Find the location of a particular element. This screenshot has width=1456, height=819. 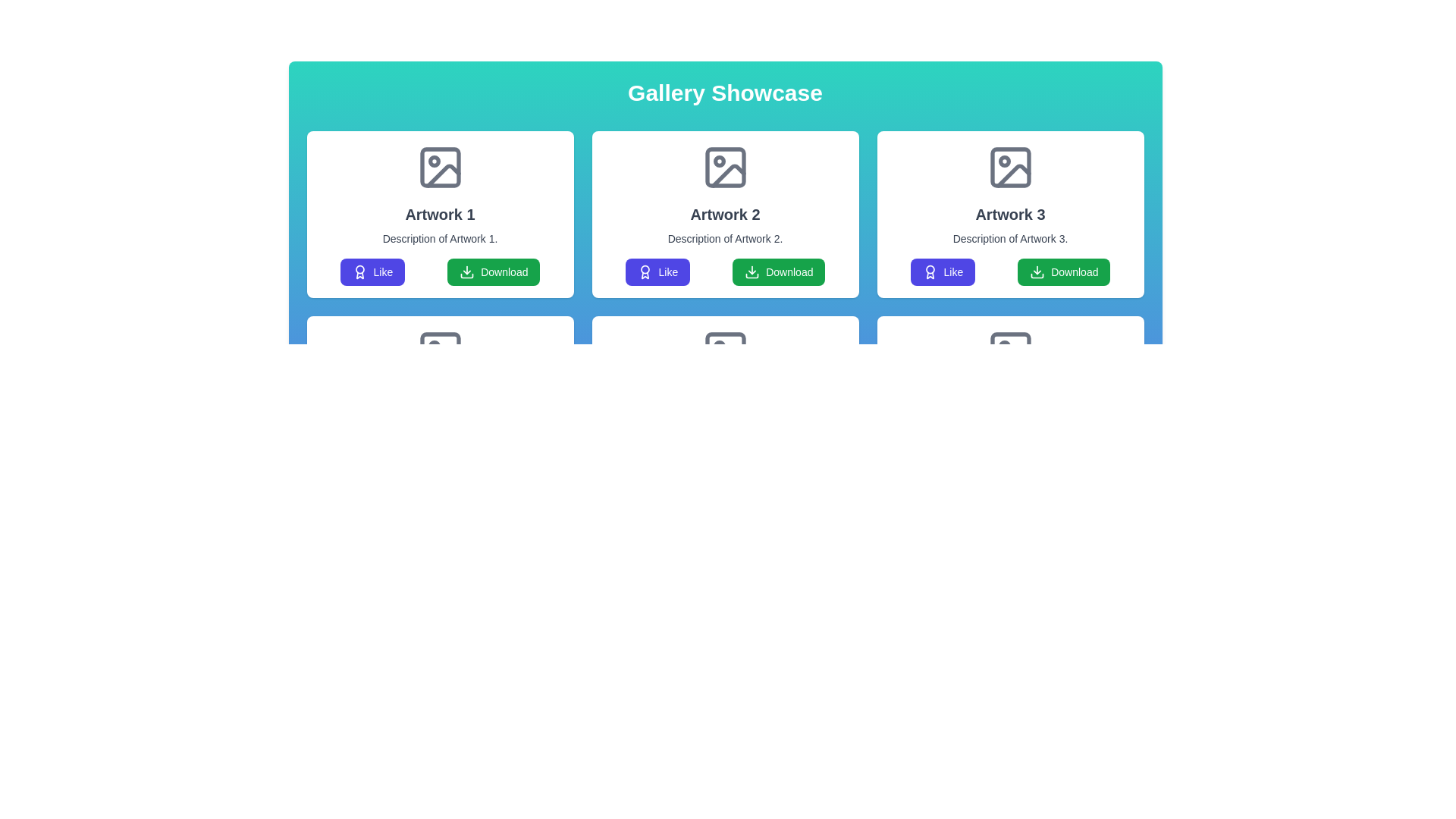

the icon representing the image placeholder in the card labeled 'Artwork 3', which is centered horizontally at the top section of the card is located at coordinates (1010, 167).